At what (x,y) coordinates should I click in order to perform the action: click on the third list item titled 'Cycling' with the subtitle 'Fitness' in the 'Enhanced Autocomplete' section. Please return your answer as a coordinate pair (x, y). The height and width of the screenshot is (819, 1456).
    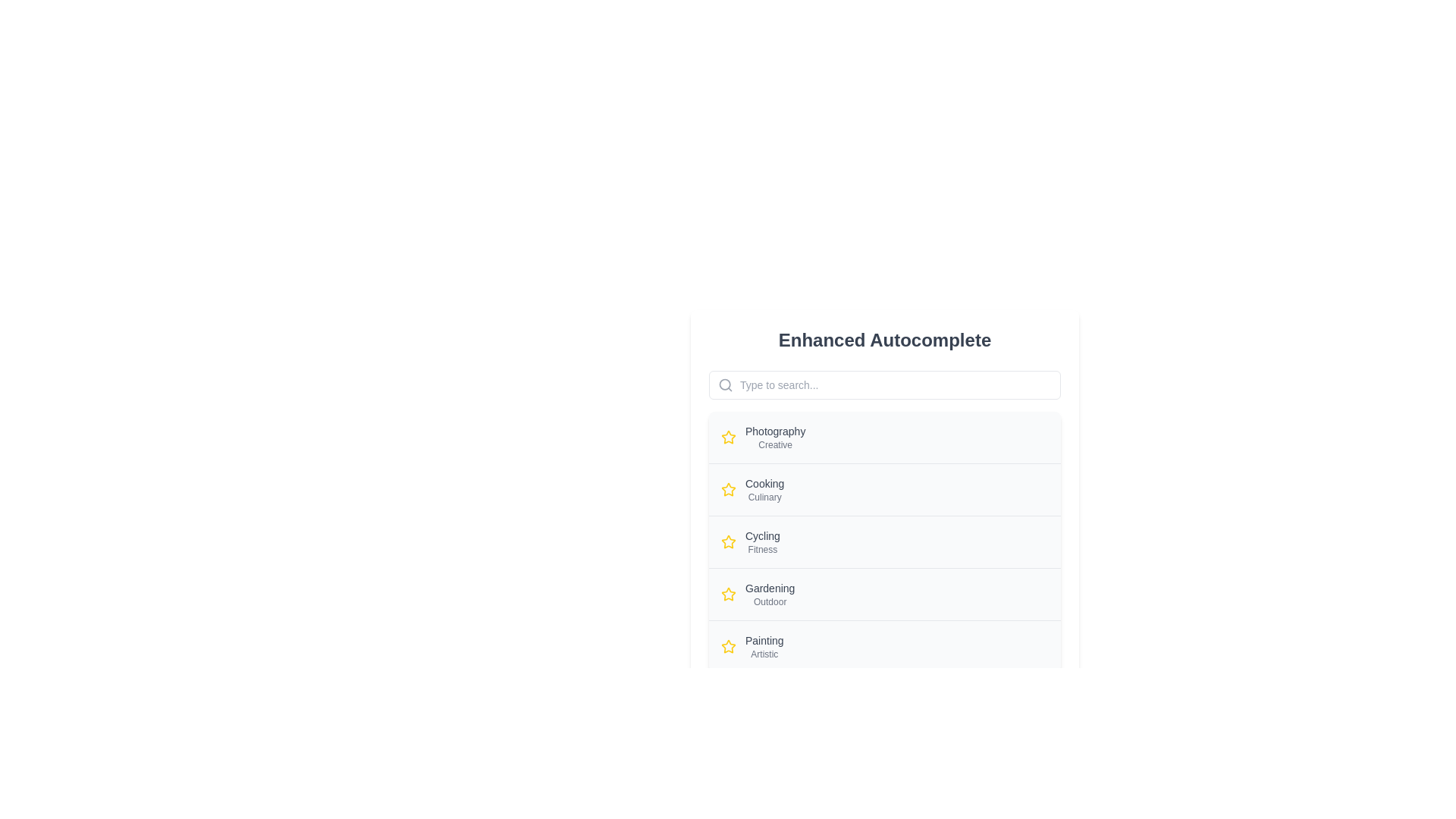
    Looking at the image, I should click on (884, 541).